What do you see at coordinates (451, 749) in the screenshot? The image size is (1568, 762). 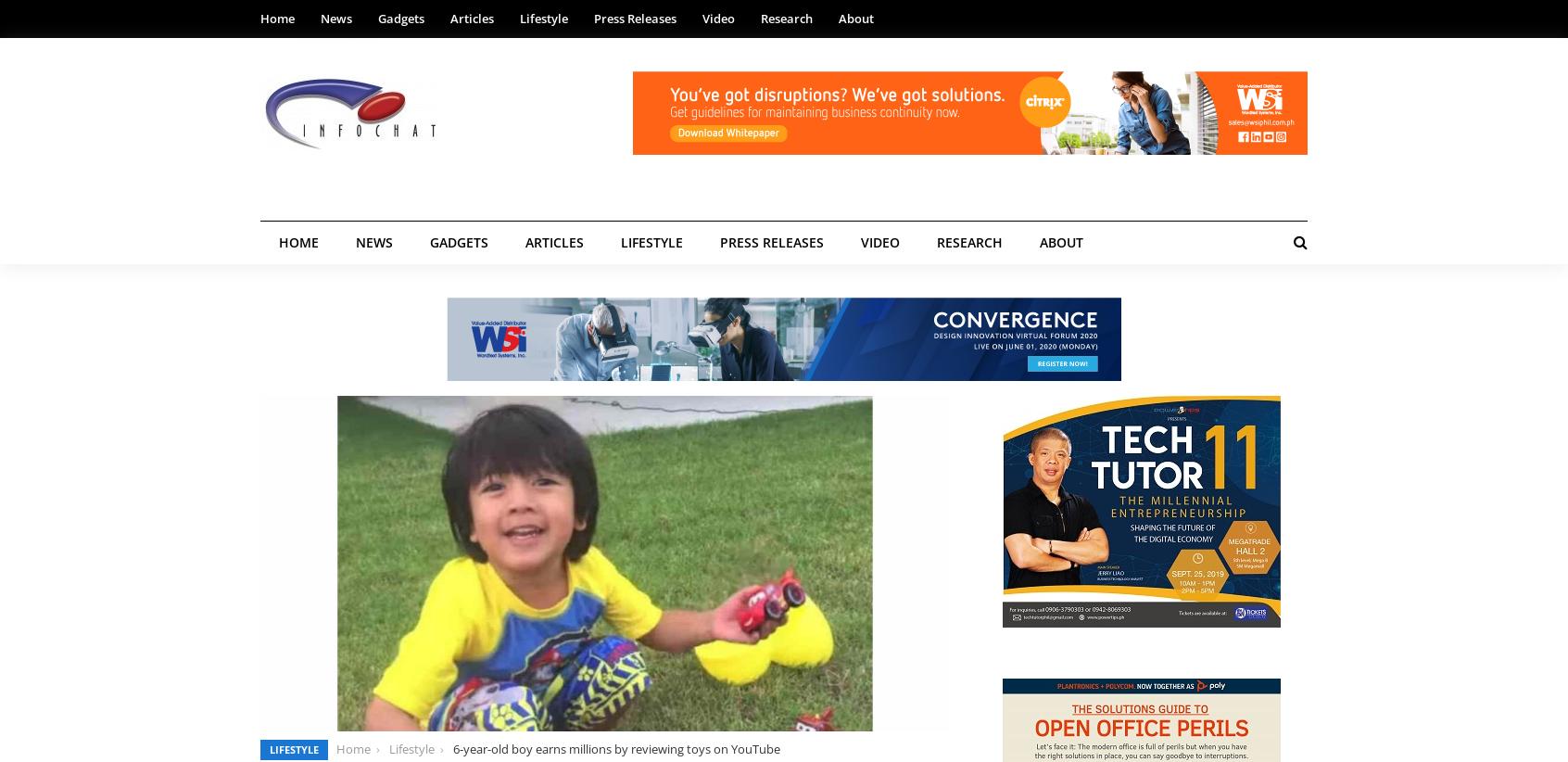 I see `'6-year-old boy earns millions by reviewing toys on YouTube'` at bounding box center [451, 749].